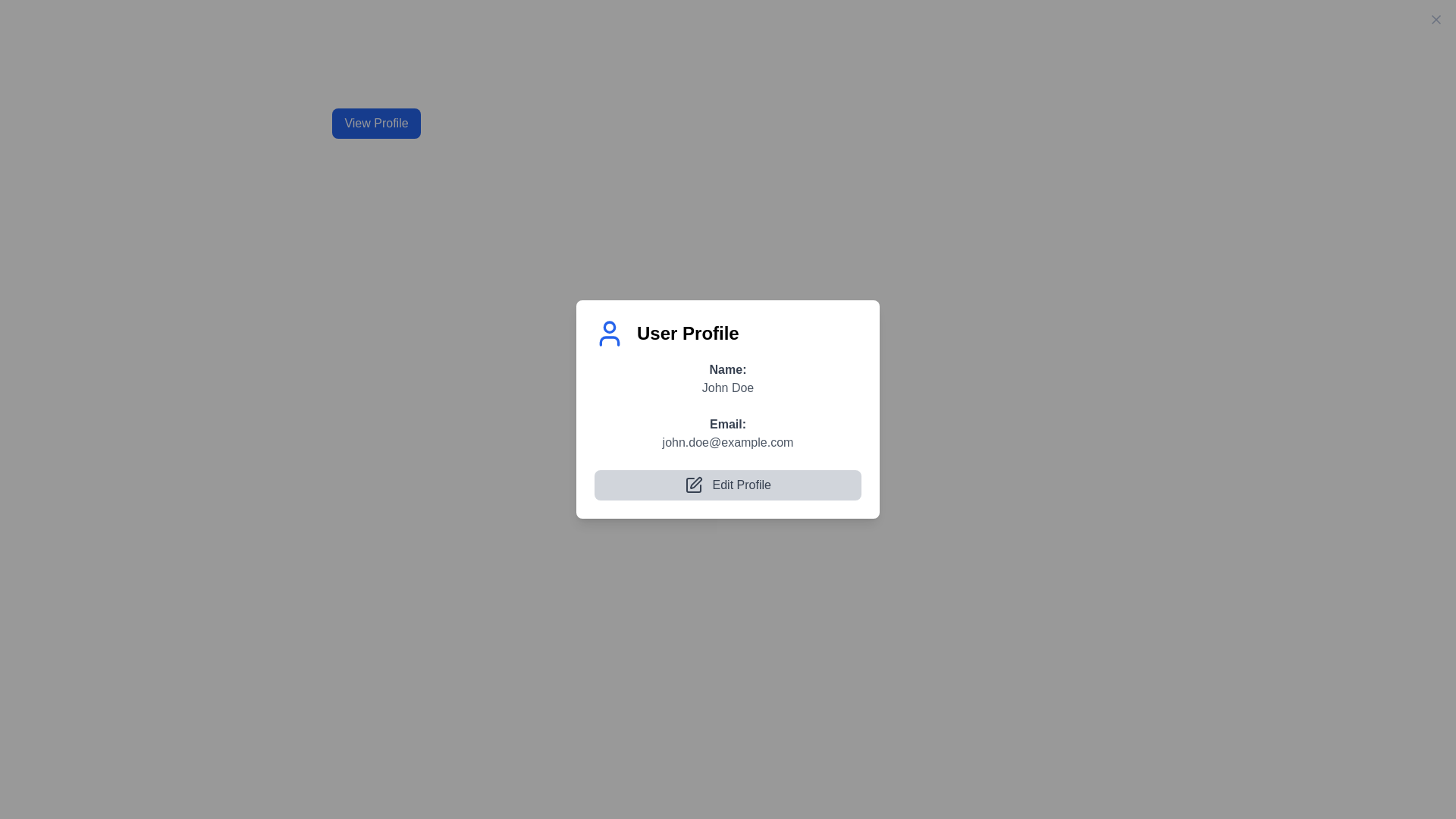 This screenshot has width=1456, height=819. What do you see at coordinates (1436, 20) in the screenshot?
I see `the close button located at the top-right corner of the modal` at bounding box center [1436, 20].